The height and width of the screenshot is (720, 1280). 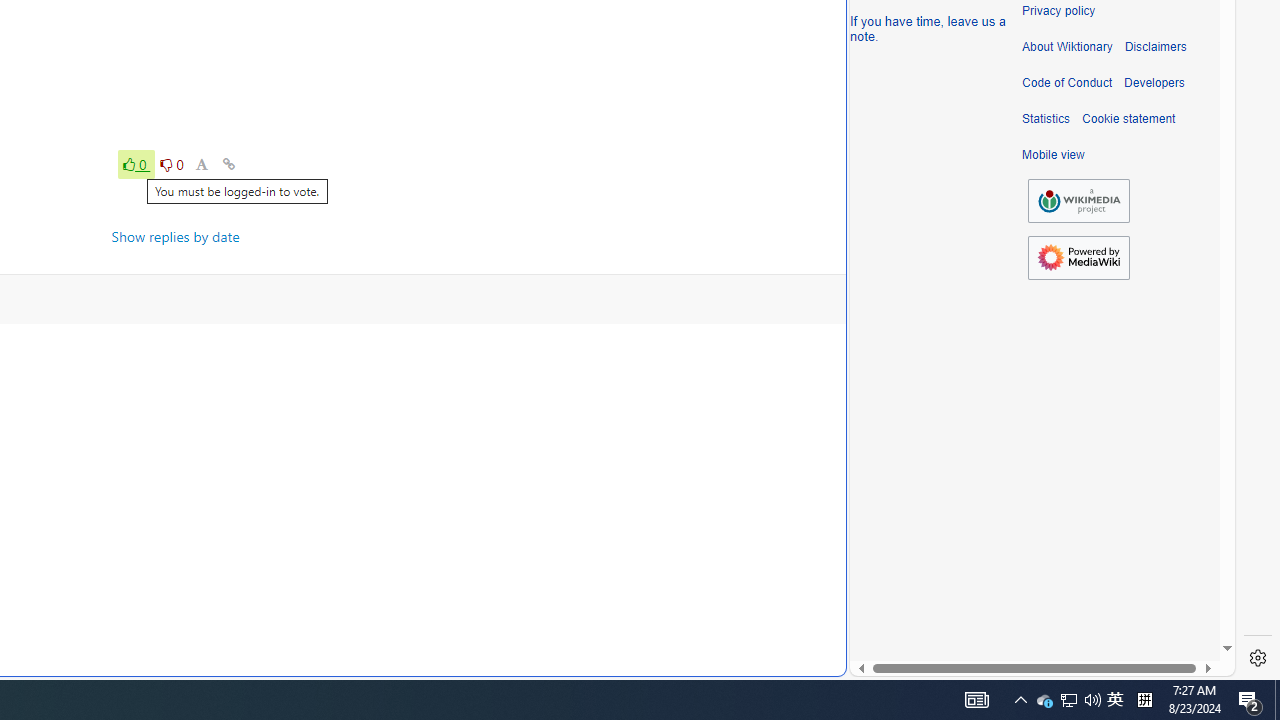 I want to click on 'Code of Conduct', so click(x=1066, y=82).